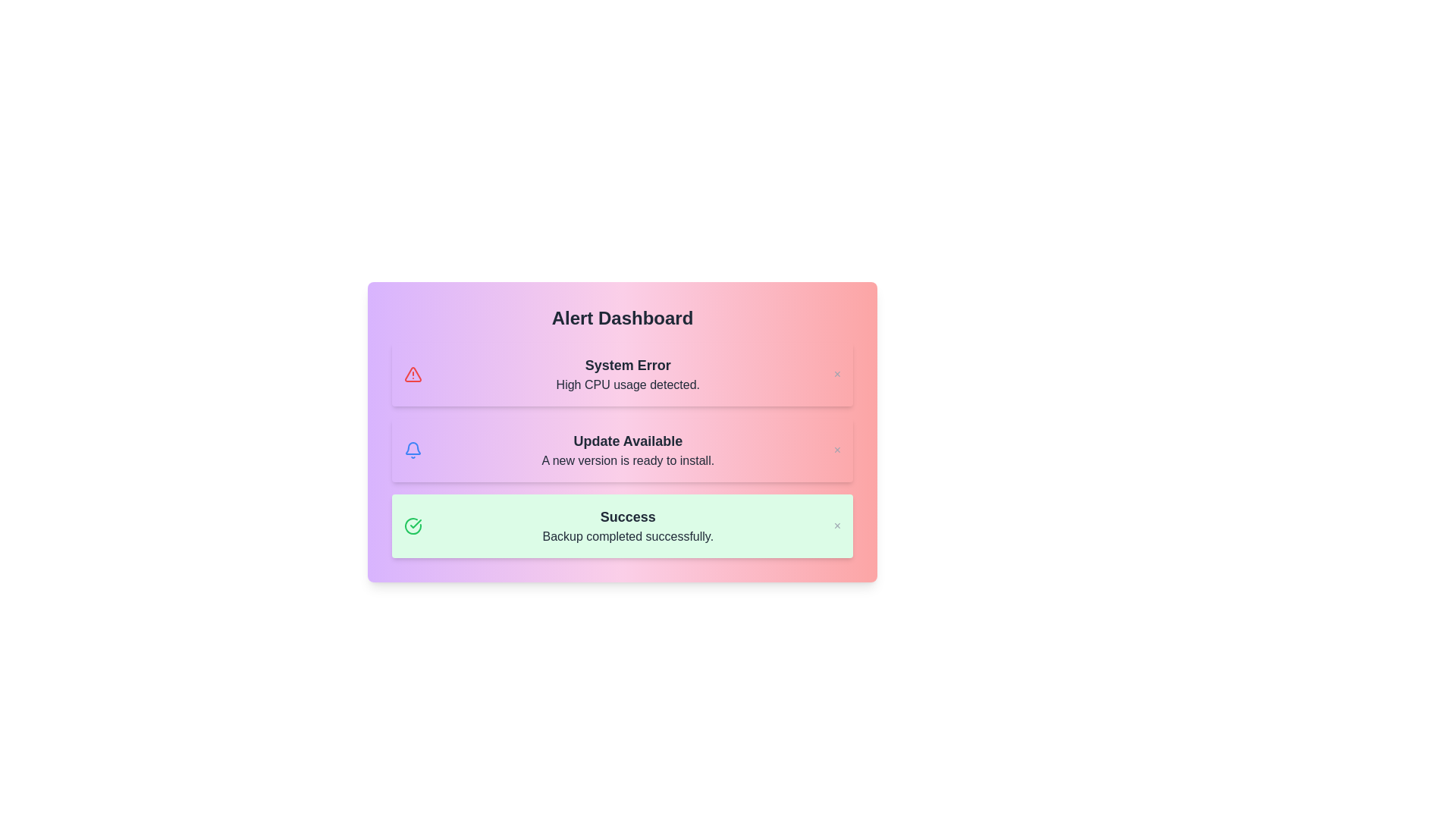  Describe the element at coordinates (836, 374) in the screenshot. I see `the close button to dismiss the notification with title 'System Error'` at that location.